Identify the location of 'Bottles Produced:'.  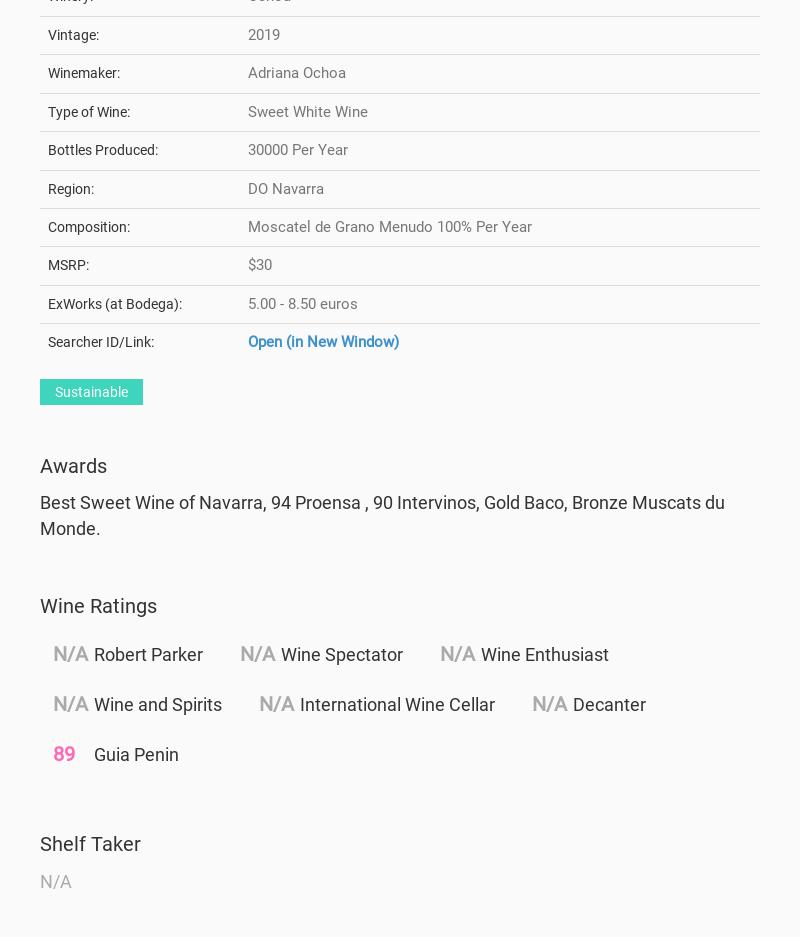
(102, 149).